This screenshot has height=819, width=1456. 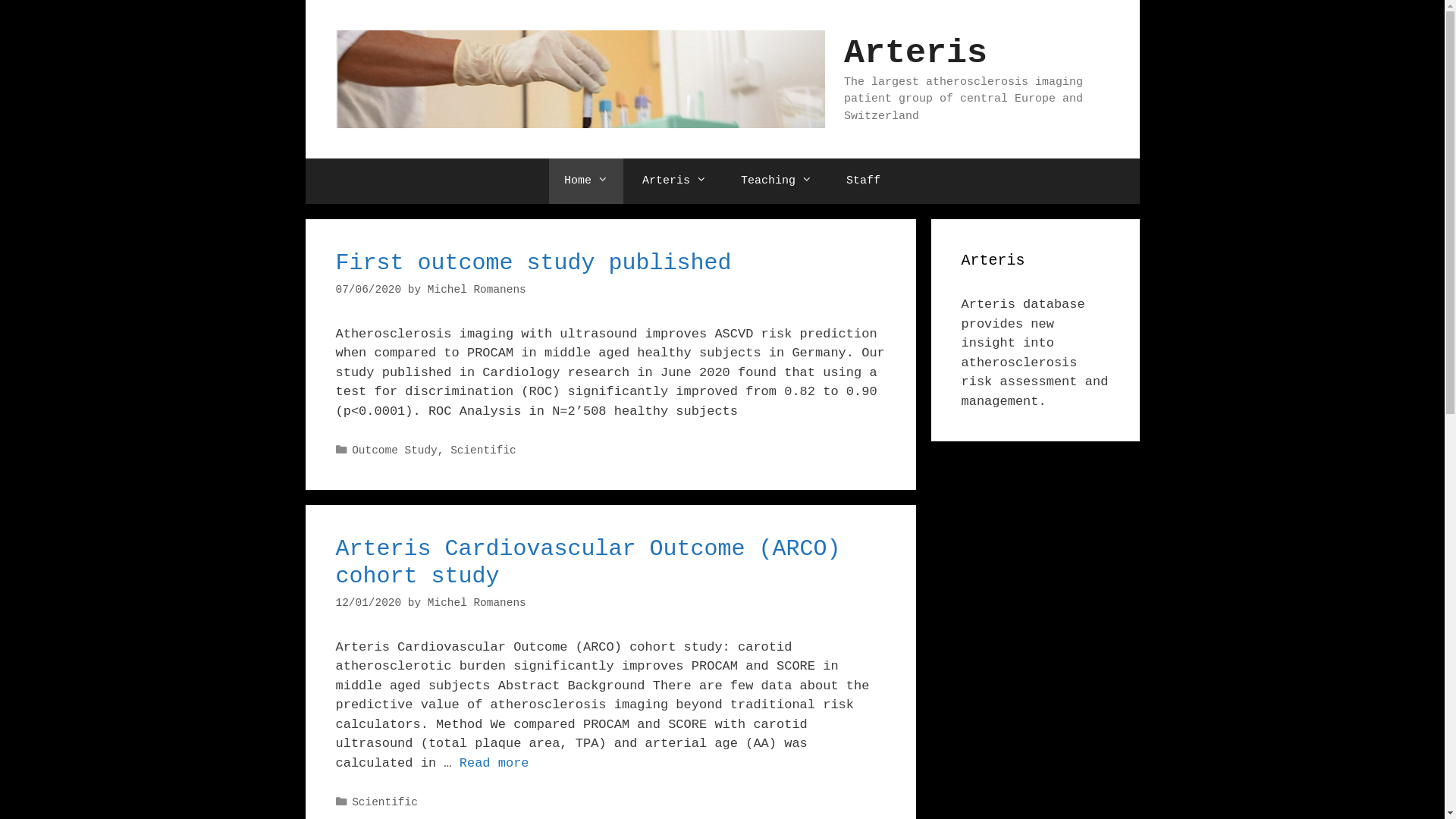 I want to click on 'Outcome Study', so click(x=394, y=450).